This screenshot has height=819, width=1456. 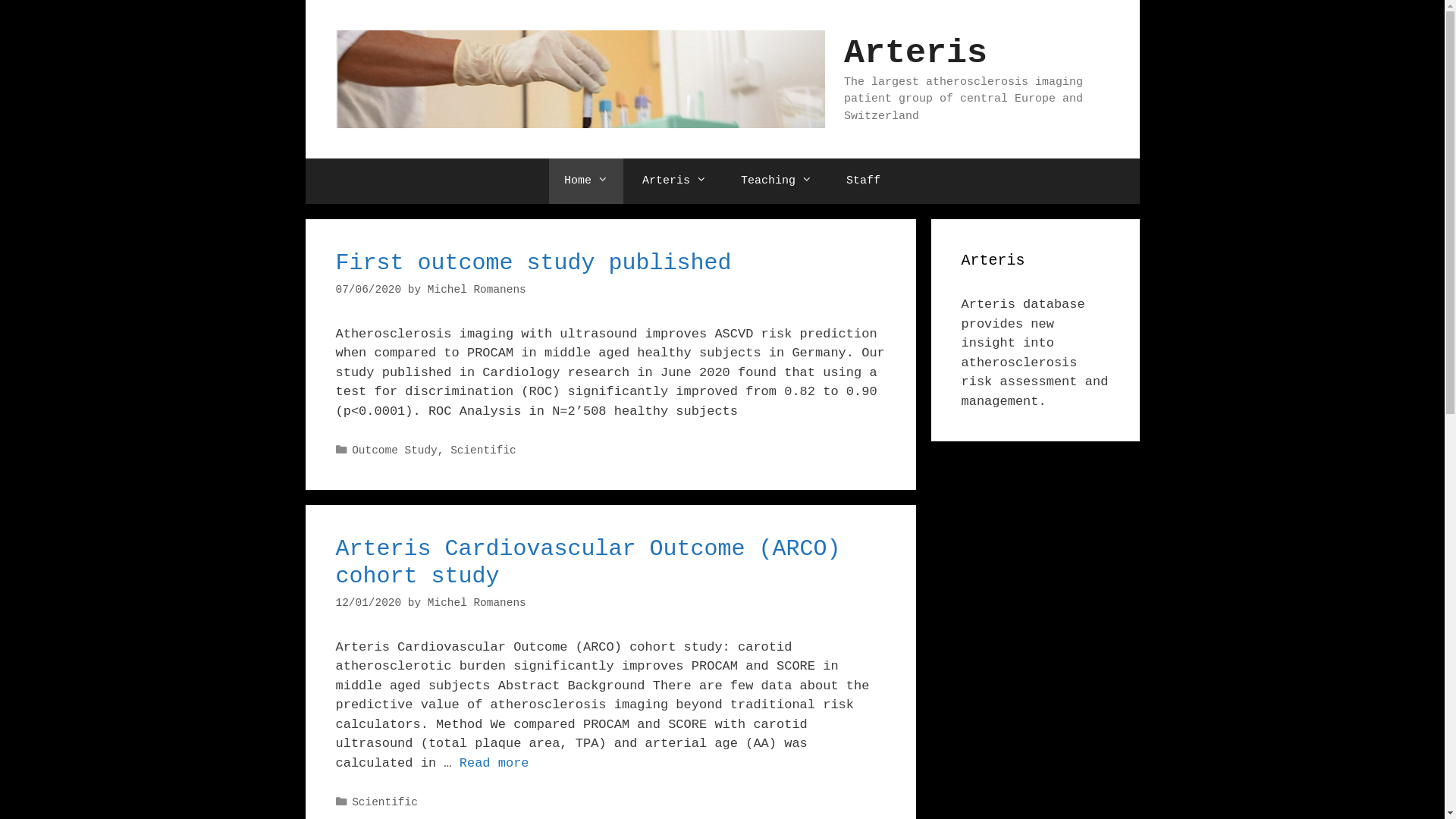 I want to click on 'Outcome Study', so click(x=394, y=450).